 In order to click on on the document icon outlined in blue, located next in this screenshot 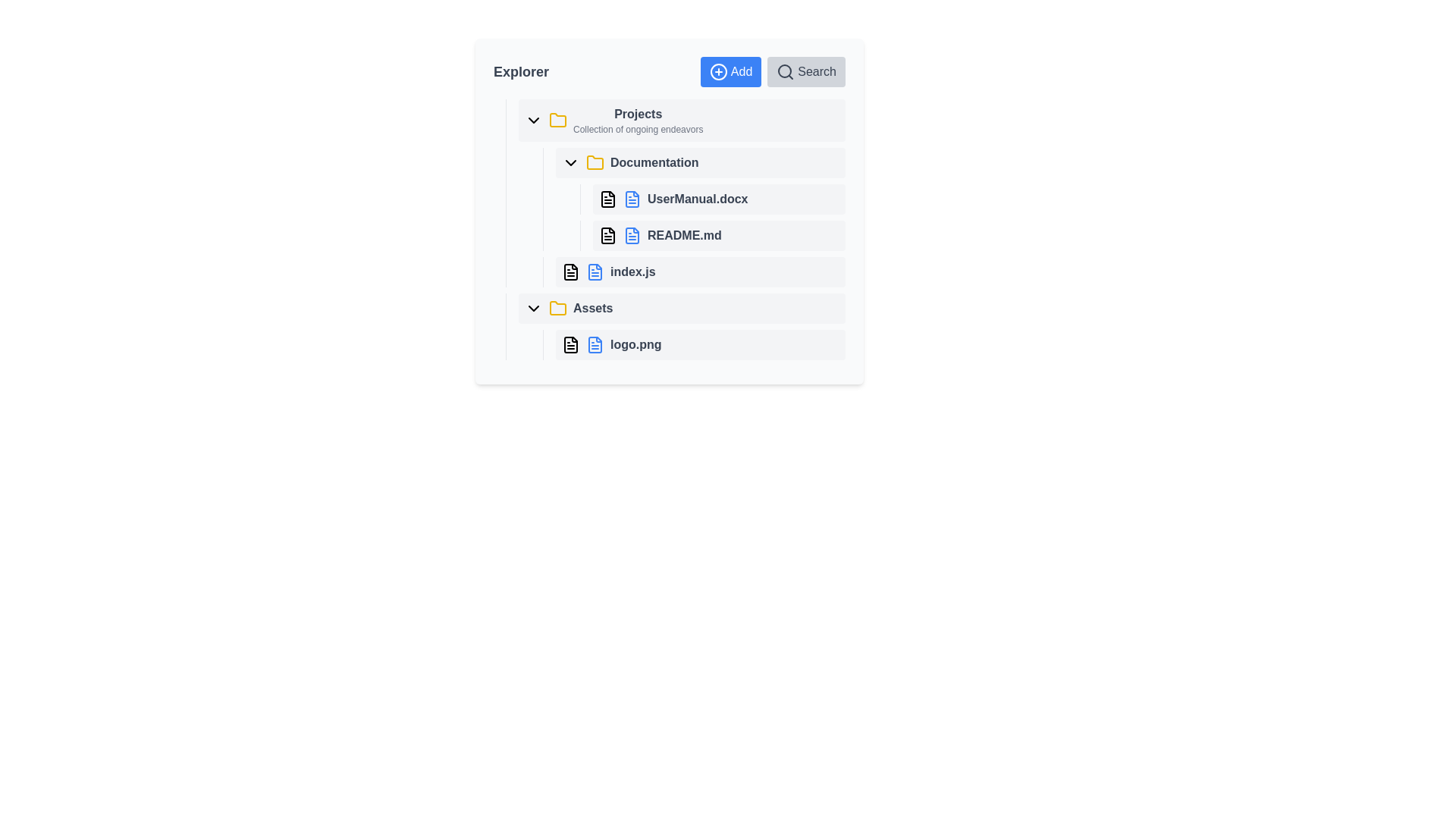, I will do `click(595, 271)`.